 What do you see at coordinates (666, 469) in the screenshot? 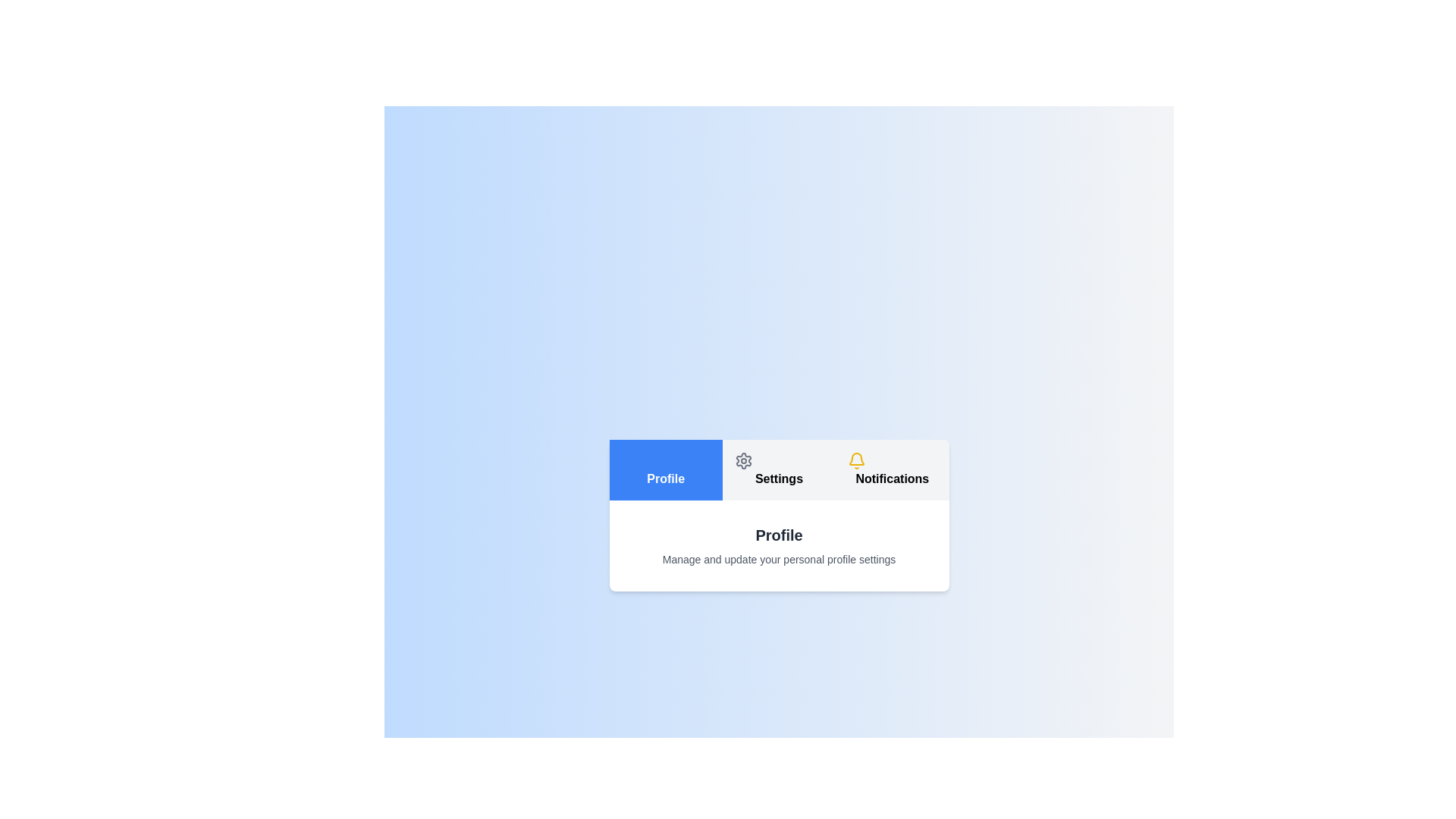
I see `the Profile tab to switch views` at bounding box center [666, 469].